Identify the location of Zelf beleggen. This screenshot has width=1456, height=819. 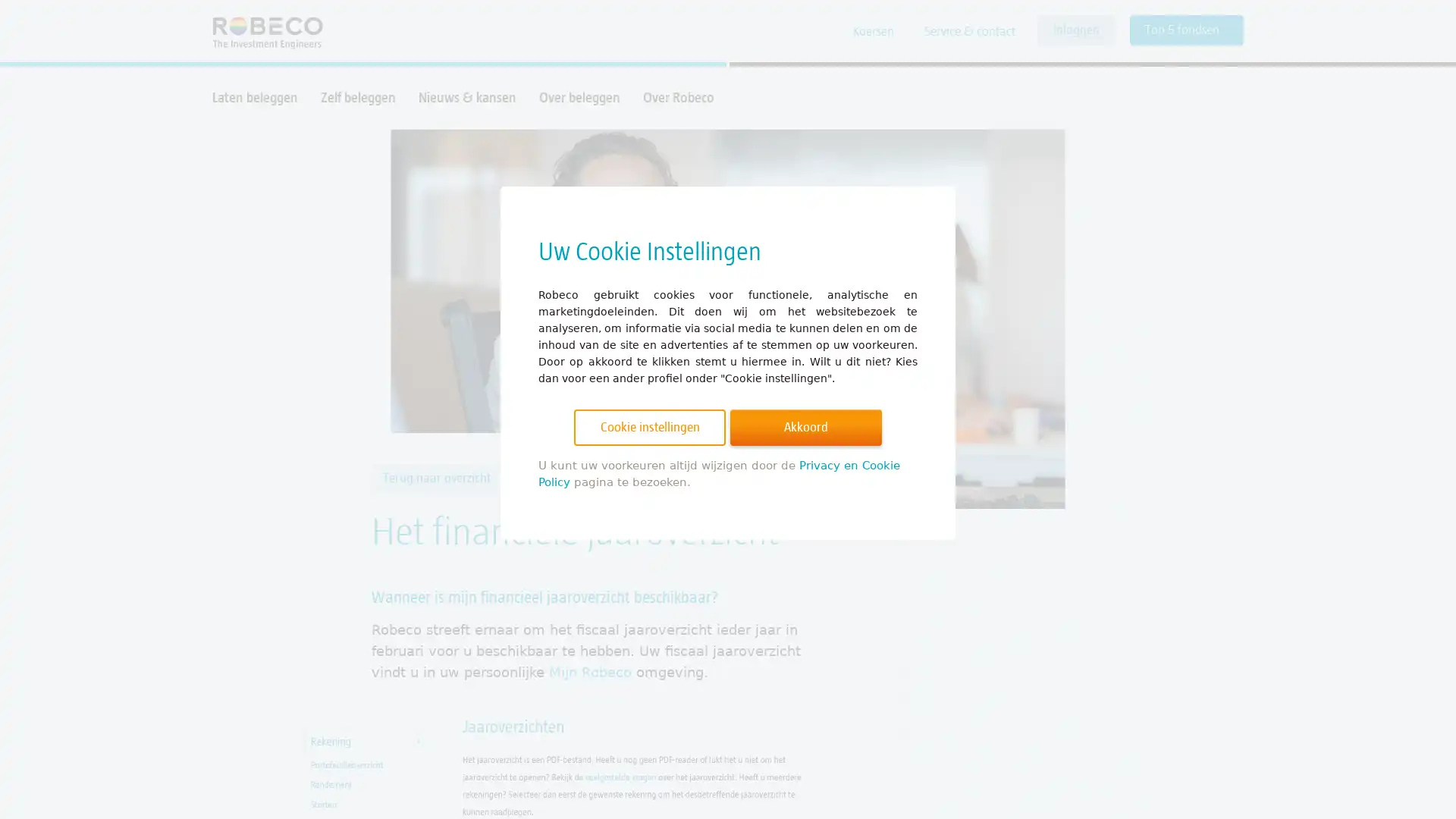
(357, 97).